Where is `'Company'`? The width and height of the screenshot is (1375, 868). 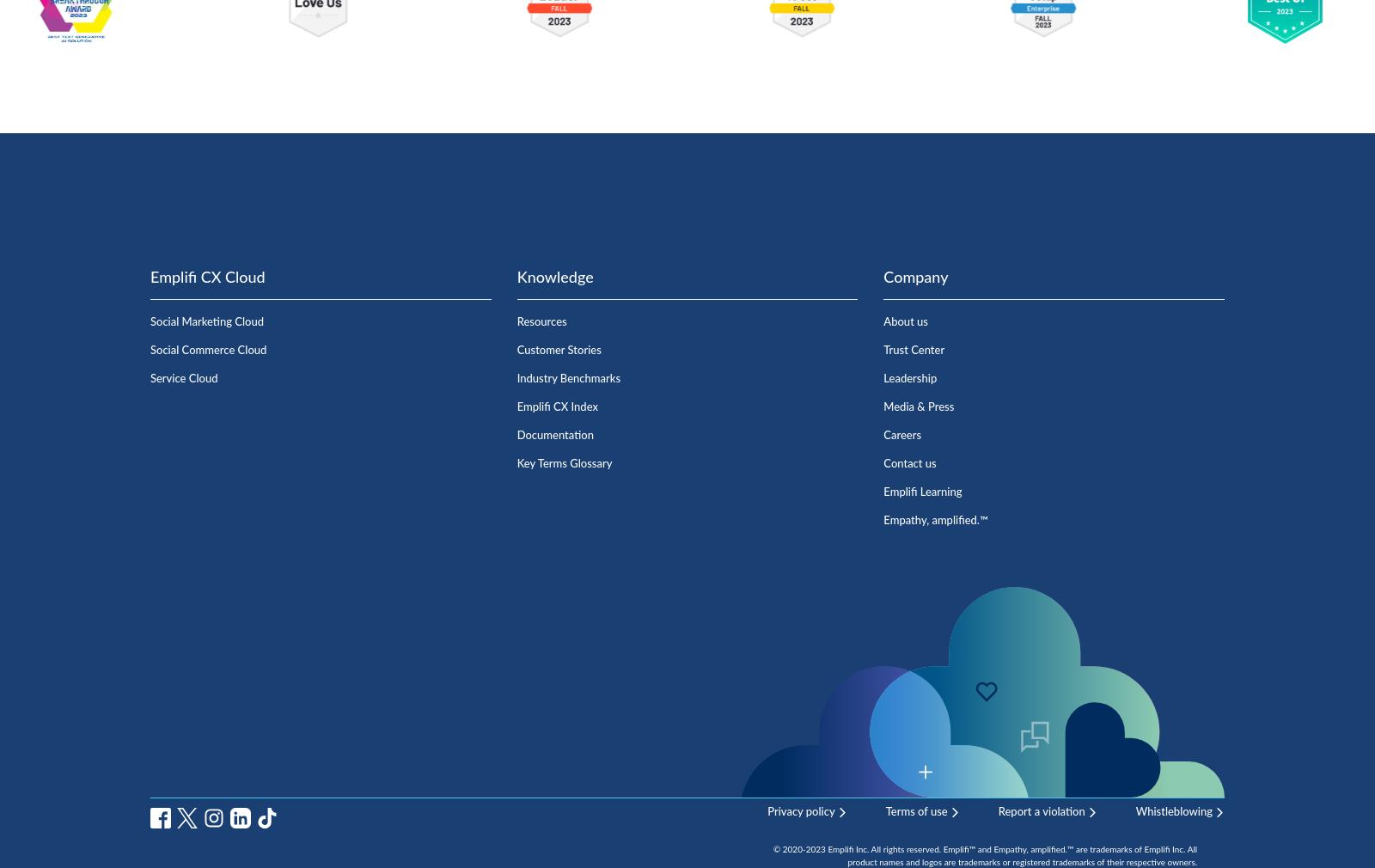
'Company' is located at coordinates (883, 277).